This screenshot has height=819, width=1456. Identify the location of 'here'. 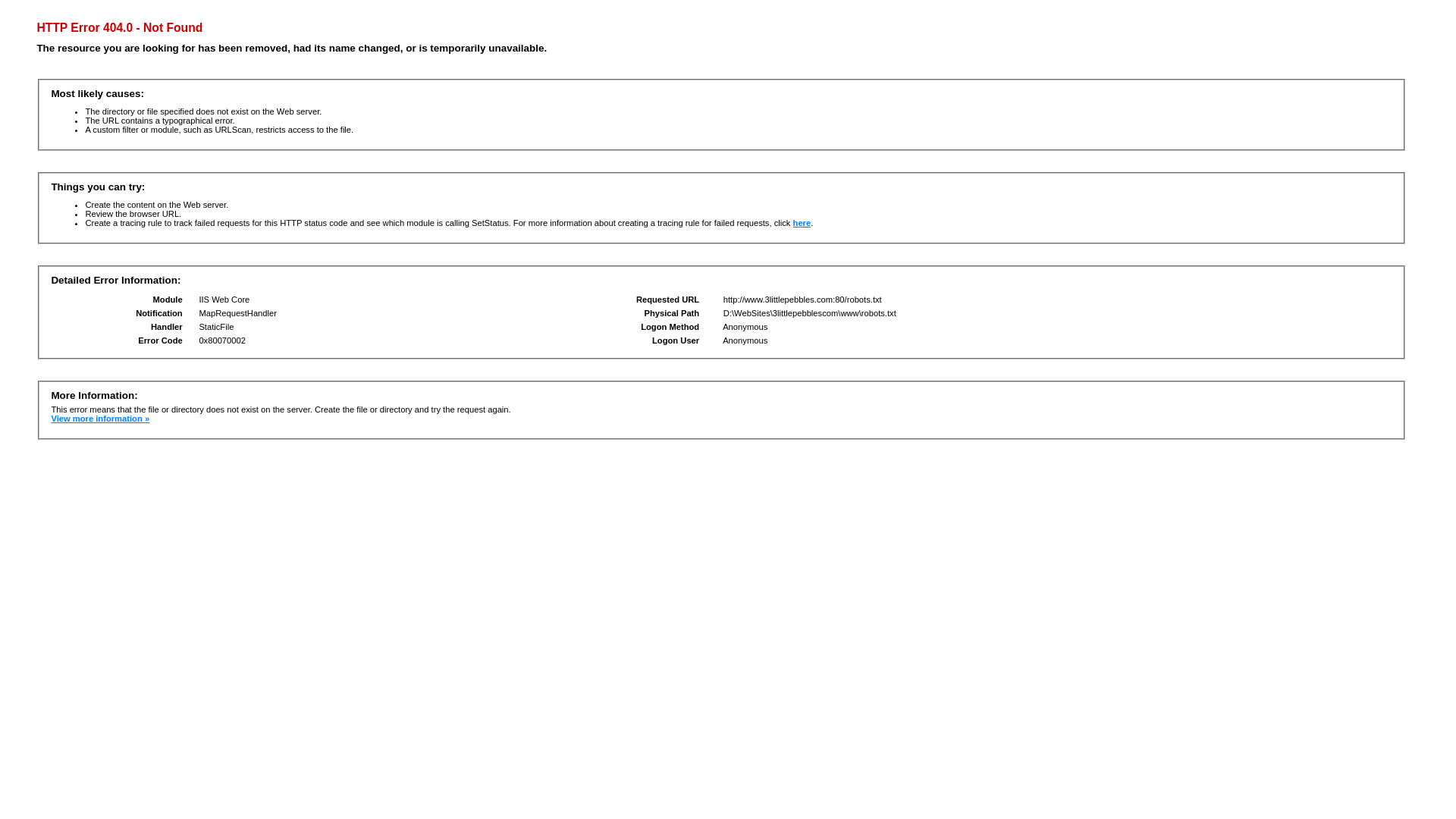
(801, 222).